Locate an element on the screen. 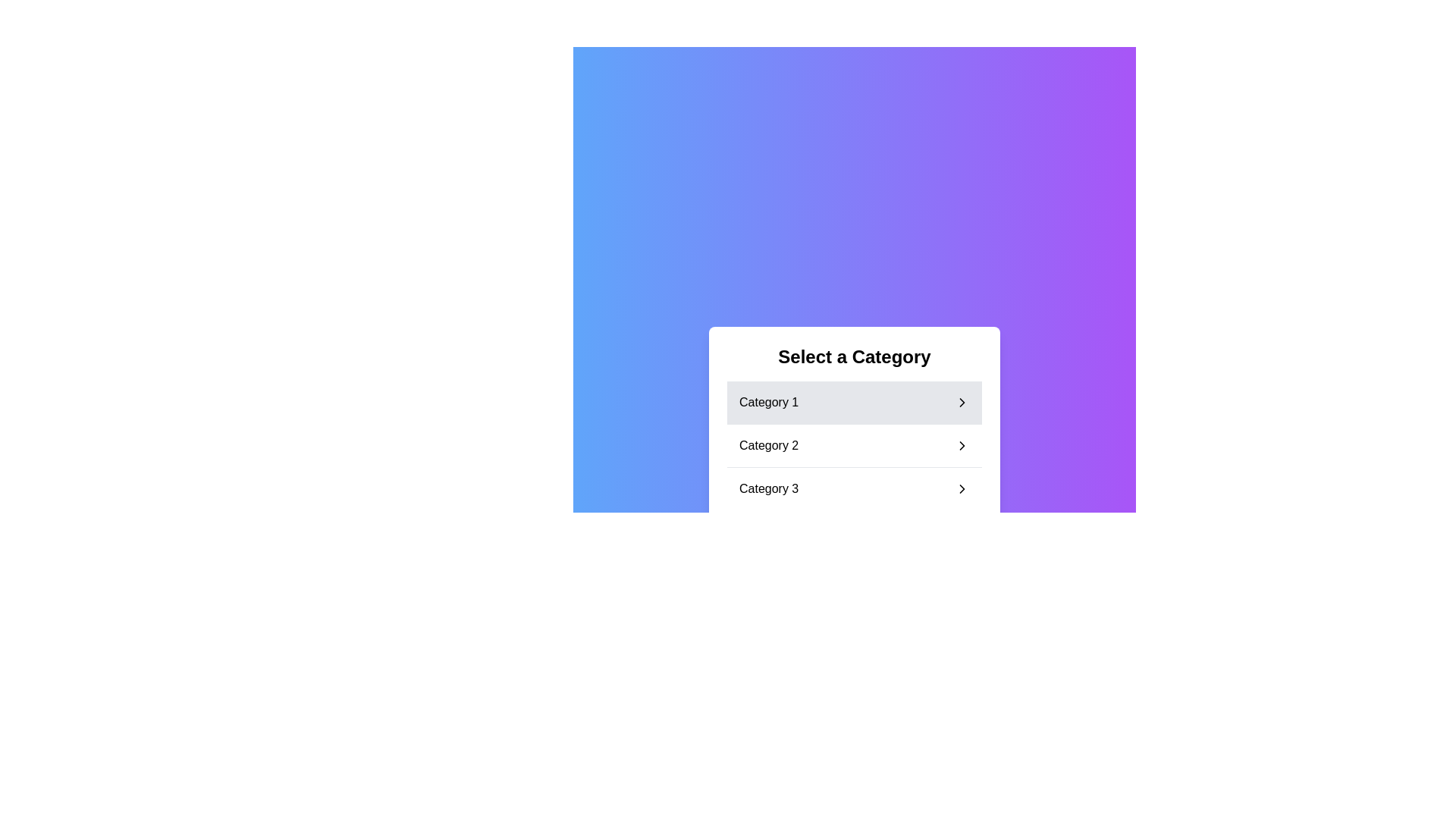  the label that displays 'Category 1', which is positioned in the first row of a vertical list is located at coordinates (769, 402).